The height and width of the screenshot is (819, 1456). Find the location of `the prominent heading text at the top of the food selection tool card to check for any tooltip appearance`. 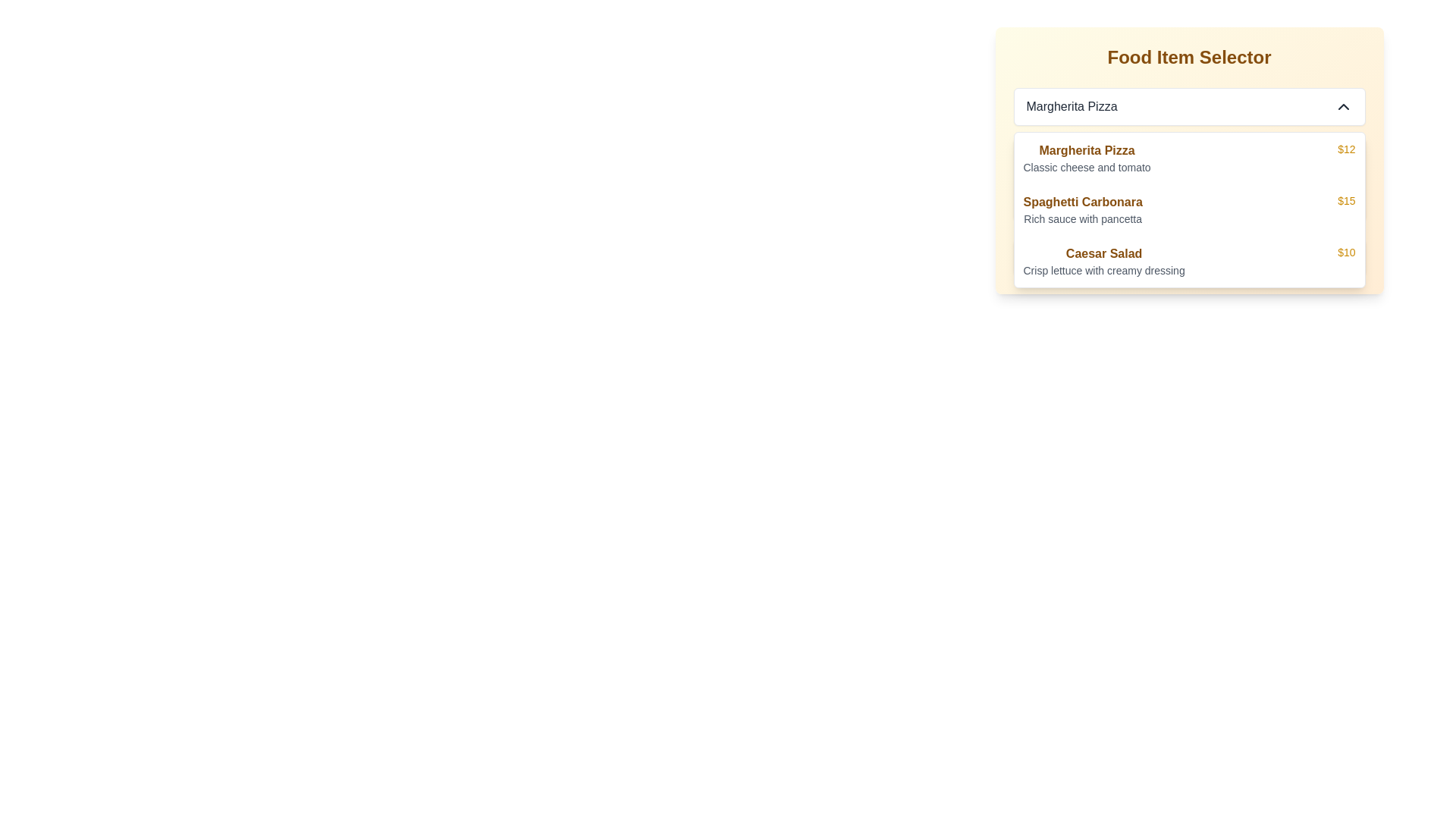

the prominent heading text at the top of the food selection tool card to check for any tooltip appearance is located at coordinates (1188, 57).